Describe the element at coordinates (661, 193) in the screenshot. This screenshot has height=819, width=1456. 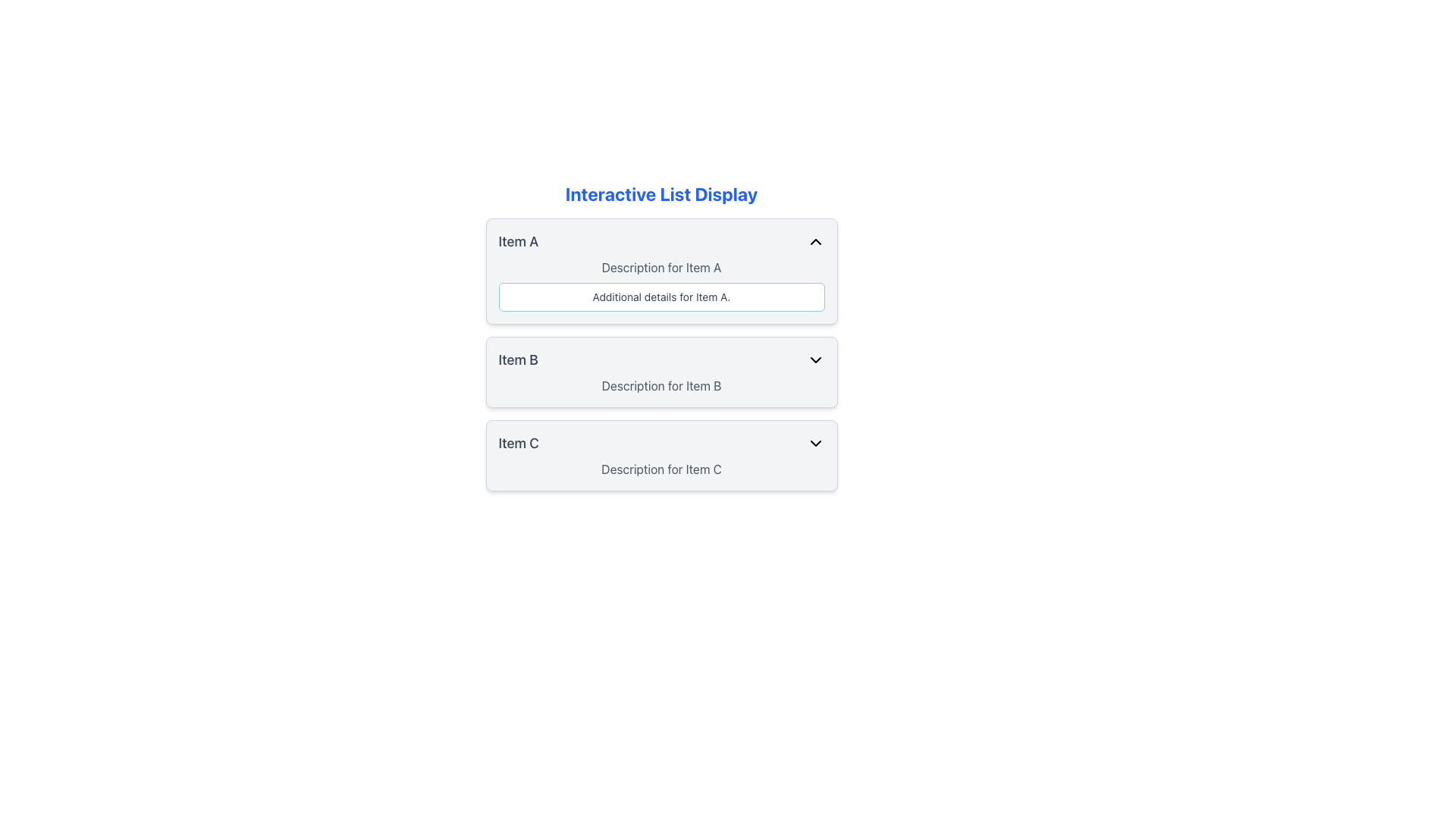
I see `the prominent heading text styled in bold, large blue font that reads 'Interactive List Display', which is located above the list of items` at that location.